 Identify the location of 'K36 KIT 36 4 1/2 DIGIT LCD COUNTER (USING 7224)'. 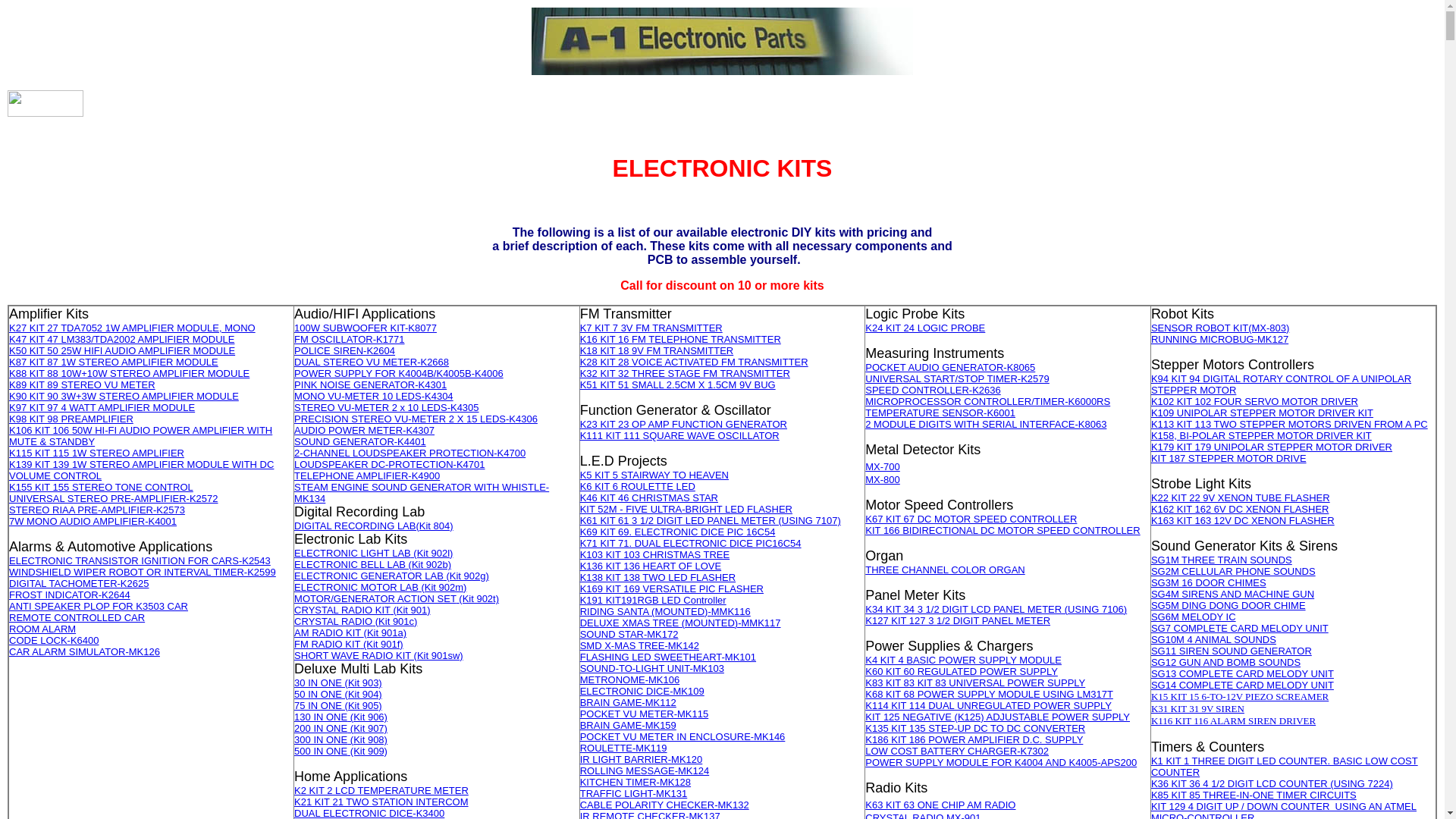
(1272, 783).